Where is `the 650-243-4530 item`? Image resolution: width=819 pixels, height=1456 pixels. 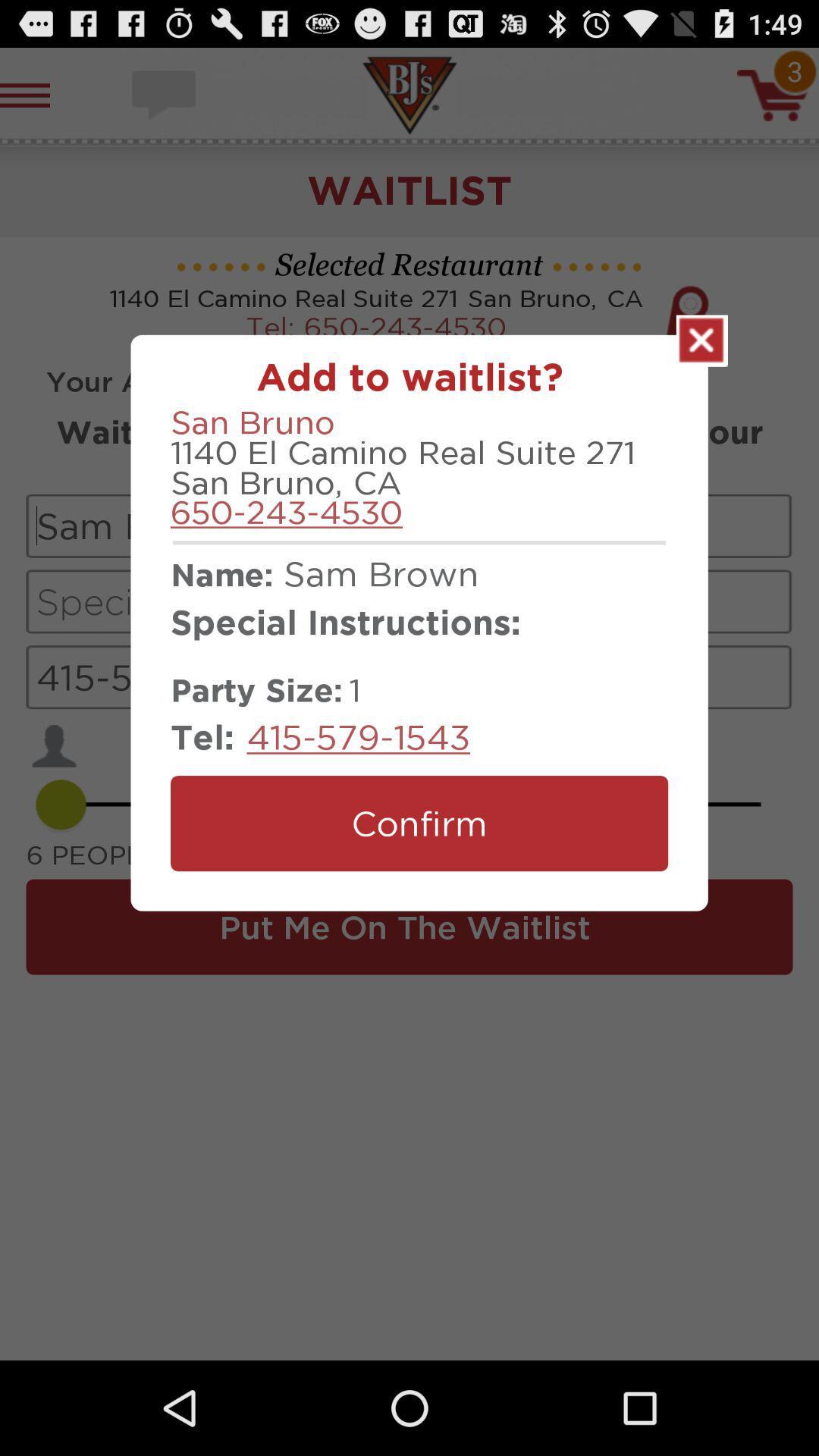
the 650-243-4530 item is located at coordinates (287, 512).